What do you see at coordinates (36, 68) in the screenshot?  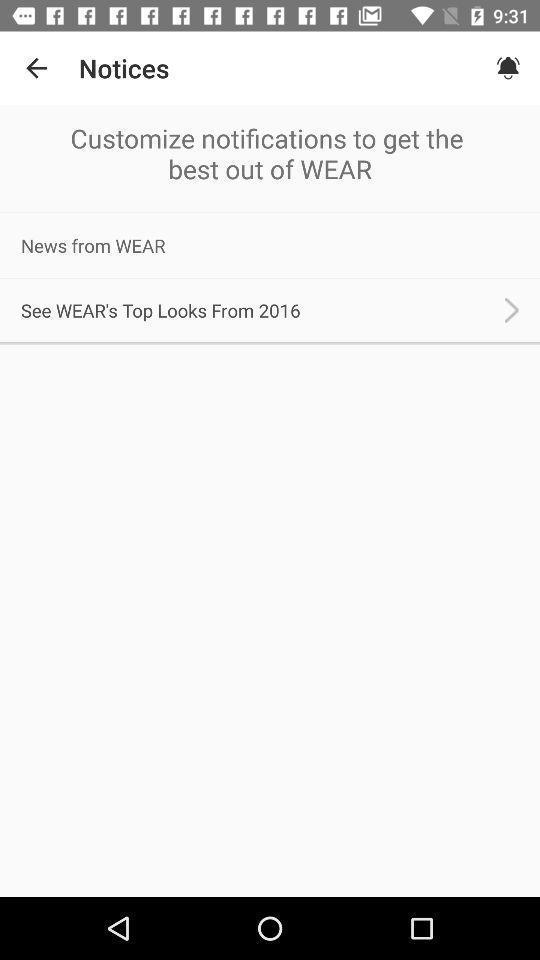 I see `the item to the left of the notices` at bounding box center [36, 68].